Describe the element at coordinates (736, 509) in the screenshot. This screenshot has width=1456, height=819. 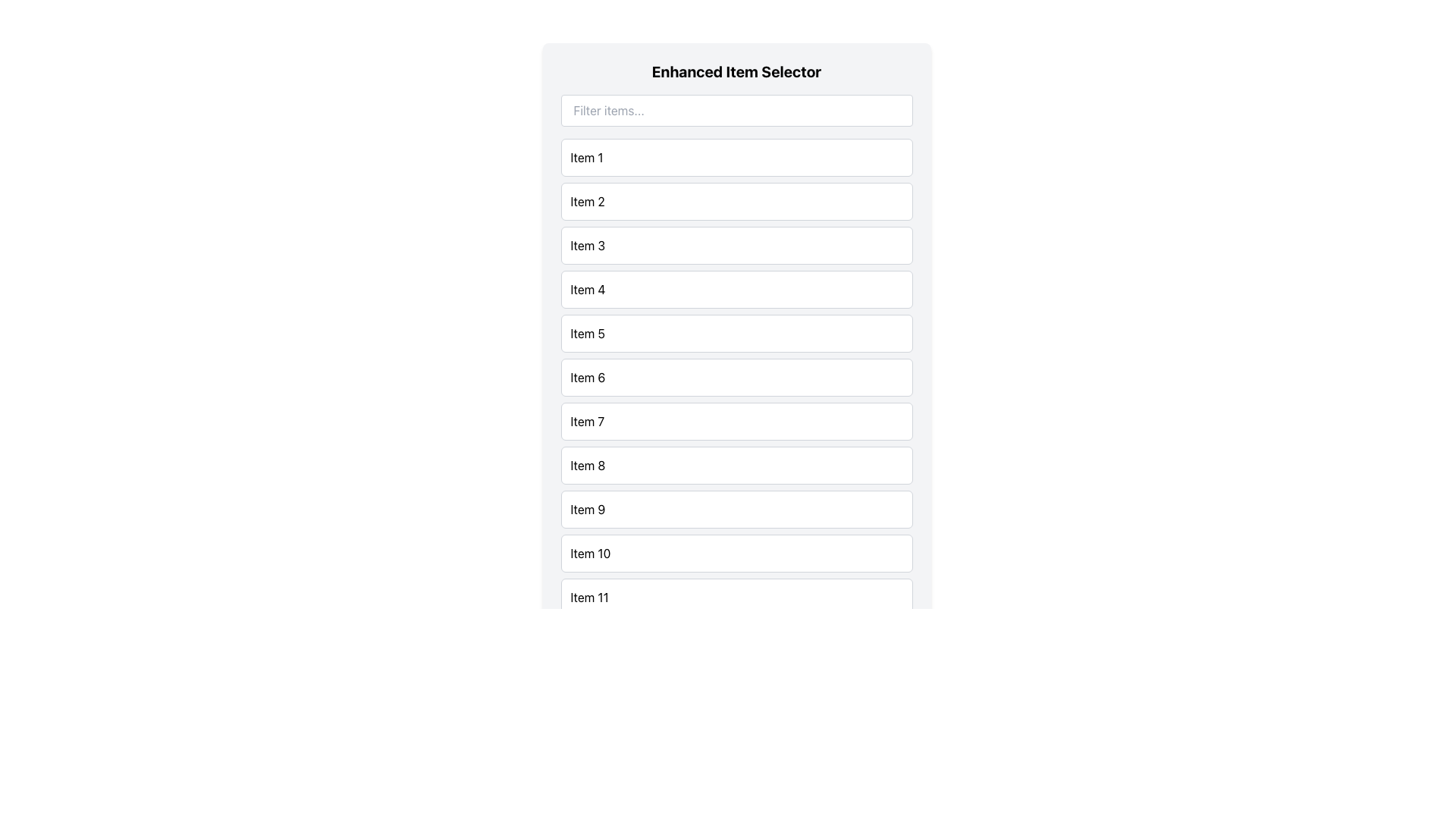
I see `the selectable list item labeled 'Item 9', which is a horizontally aligned rectangular box with rounded corners, located below 'Item 8' and above 'Item 10'` at that location.